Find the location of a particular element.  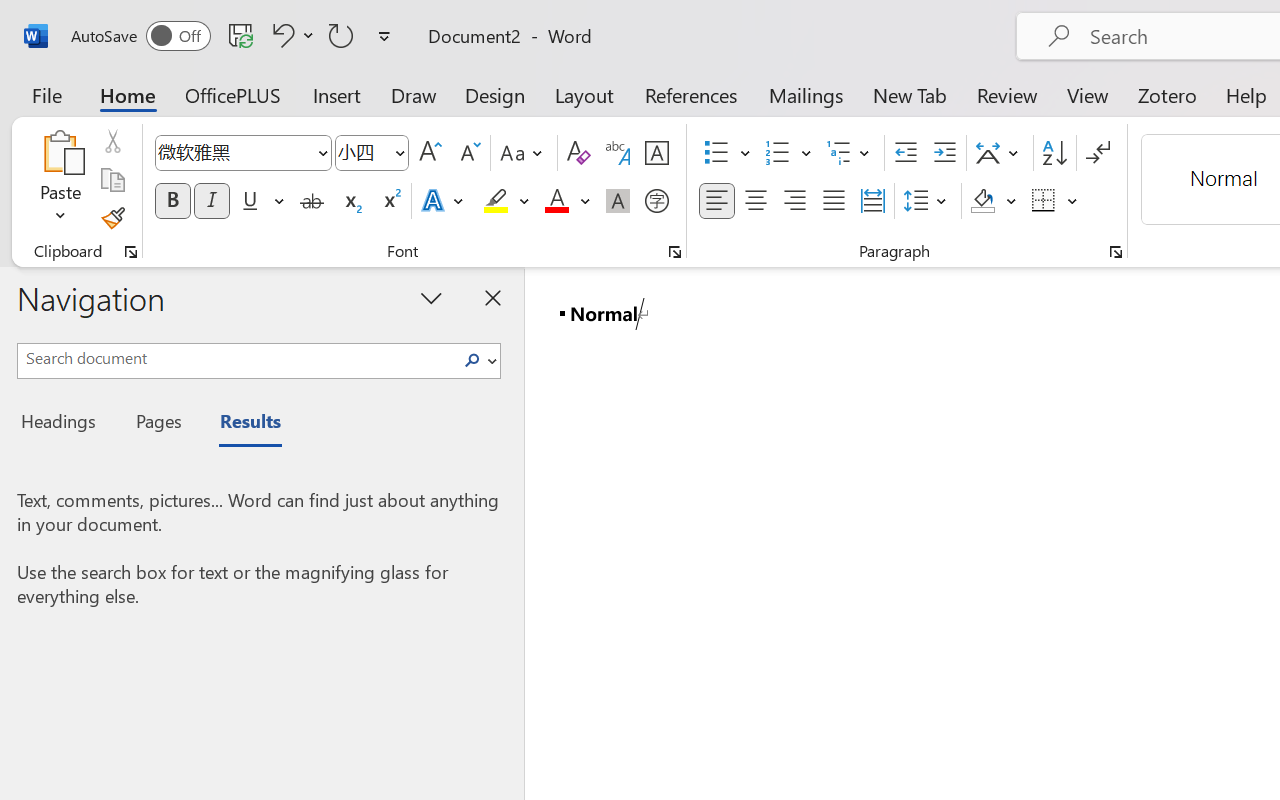

'Search document' is located at coordinates (237, 358).